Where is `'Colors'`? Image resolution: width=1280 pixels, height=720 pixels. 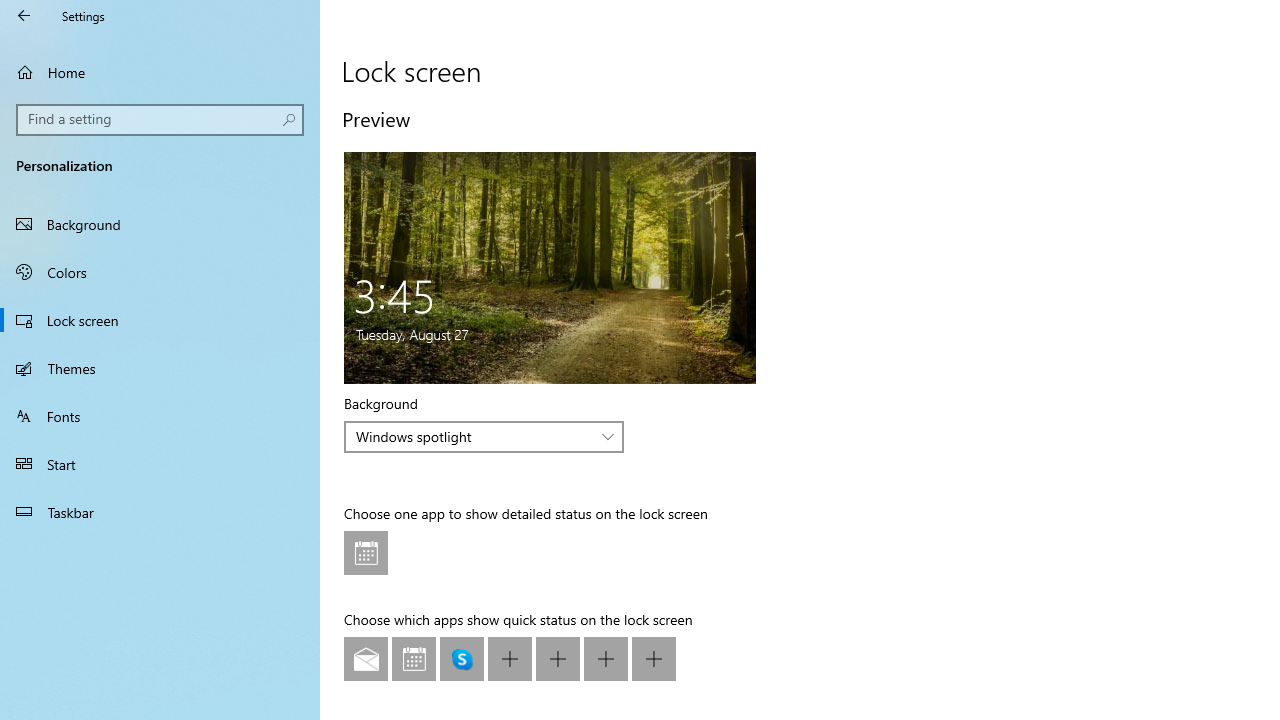 'Colors' is located at coordinates (160, 271).